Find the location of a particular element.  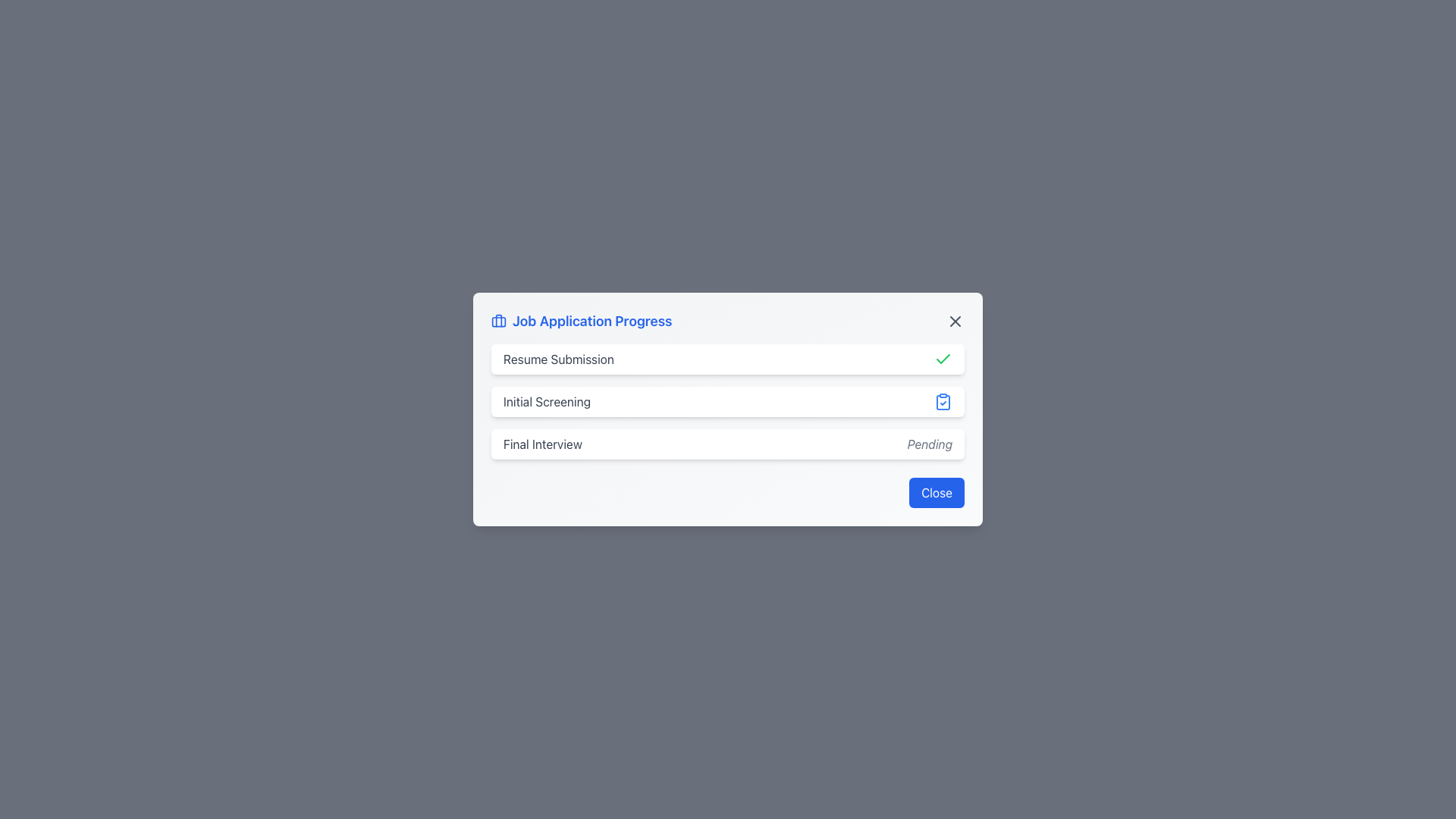

the vertical list with status indicators in the 'Job Application Progress' card is located at coordinates (728, 400).